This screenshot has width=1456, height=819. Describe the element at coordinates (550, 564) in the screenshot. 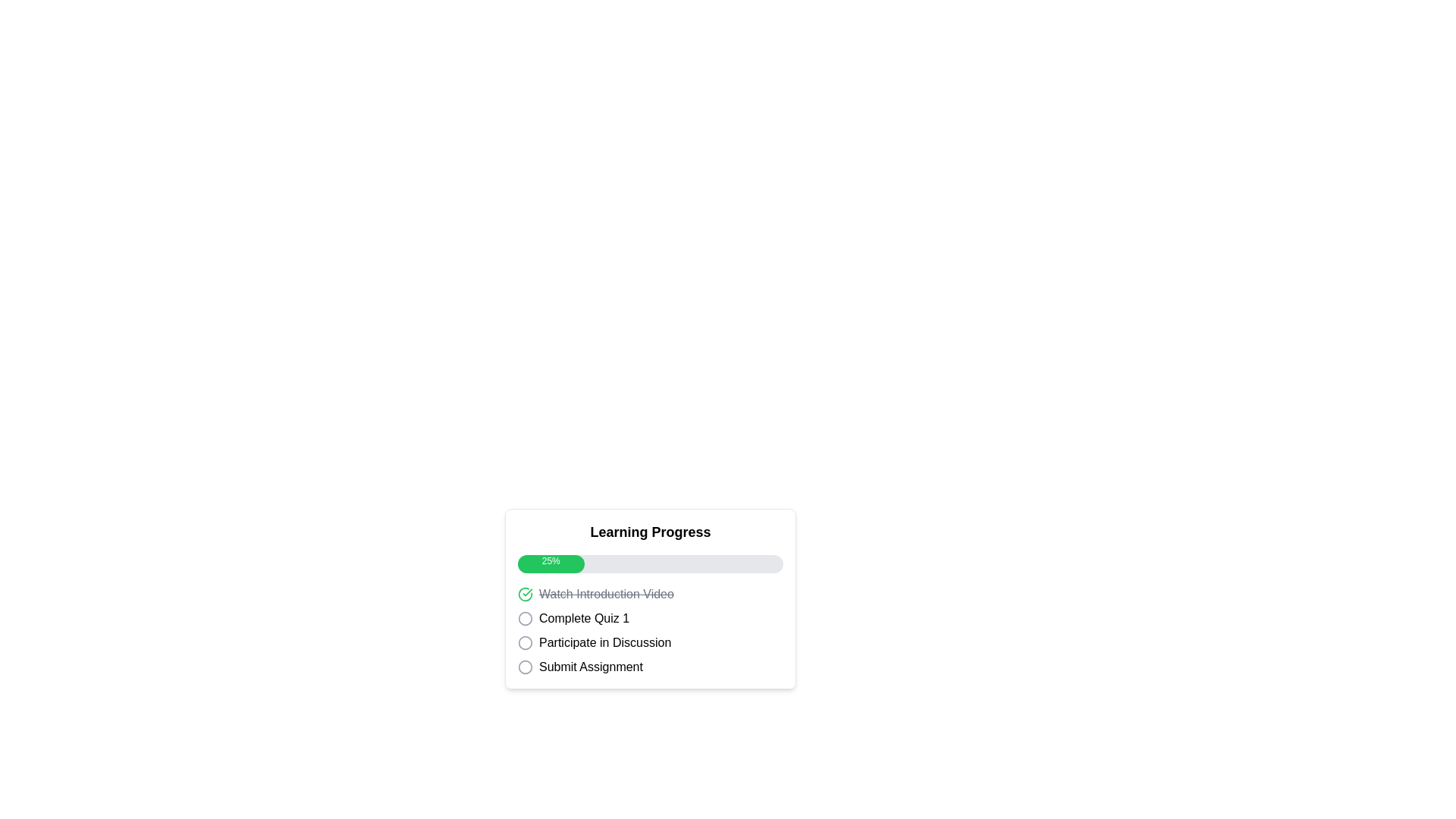

I see `the green progress indicator displaying '25%' within the Learning Progress panel` at that location.